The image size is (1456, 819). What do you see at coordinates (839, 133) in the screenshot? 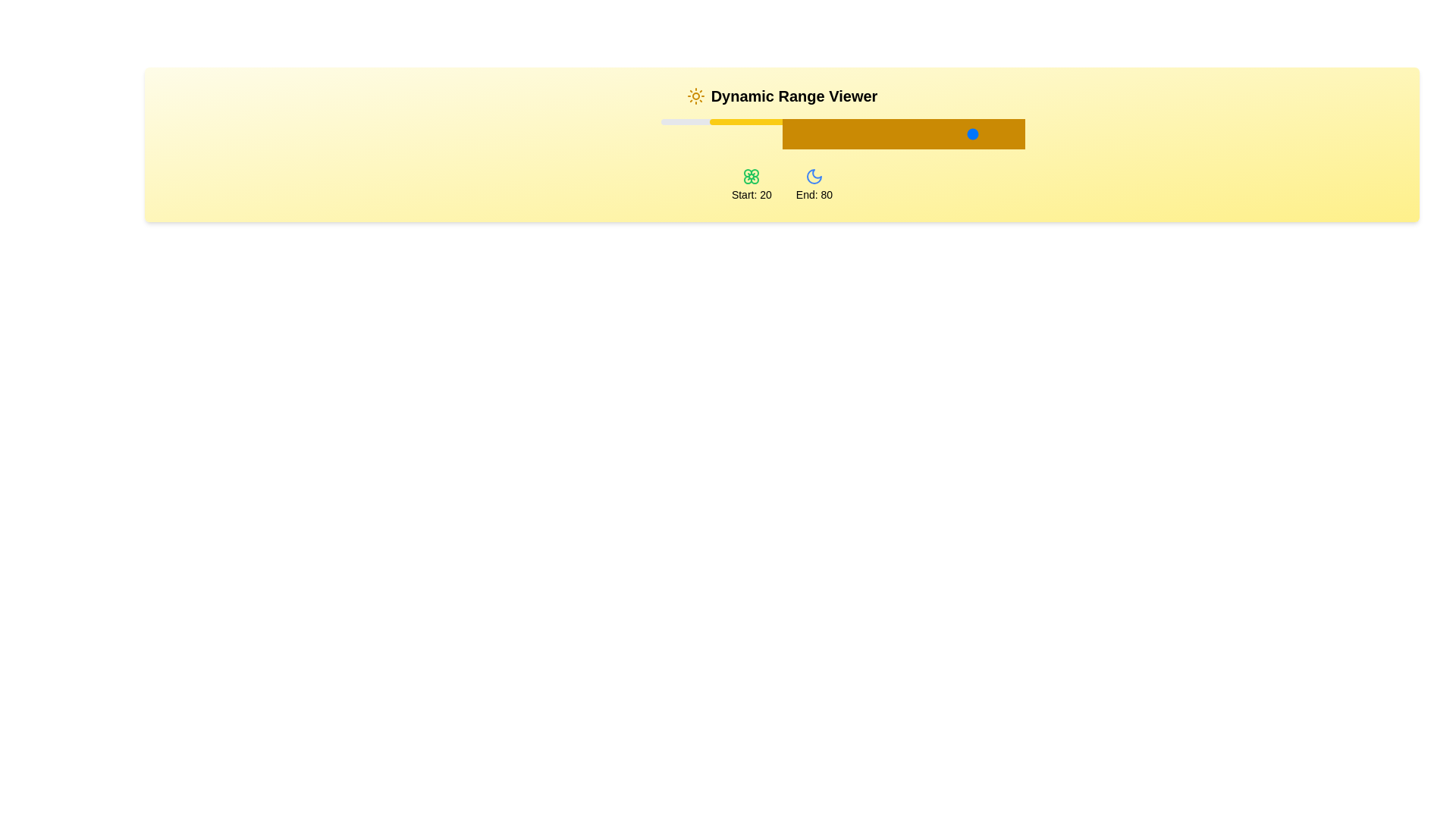
I see `the slider value` at bounding box center [839, 133].